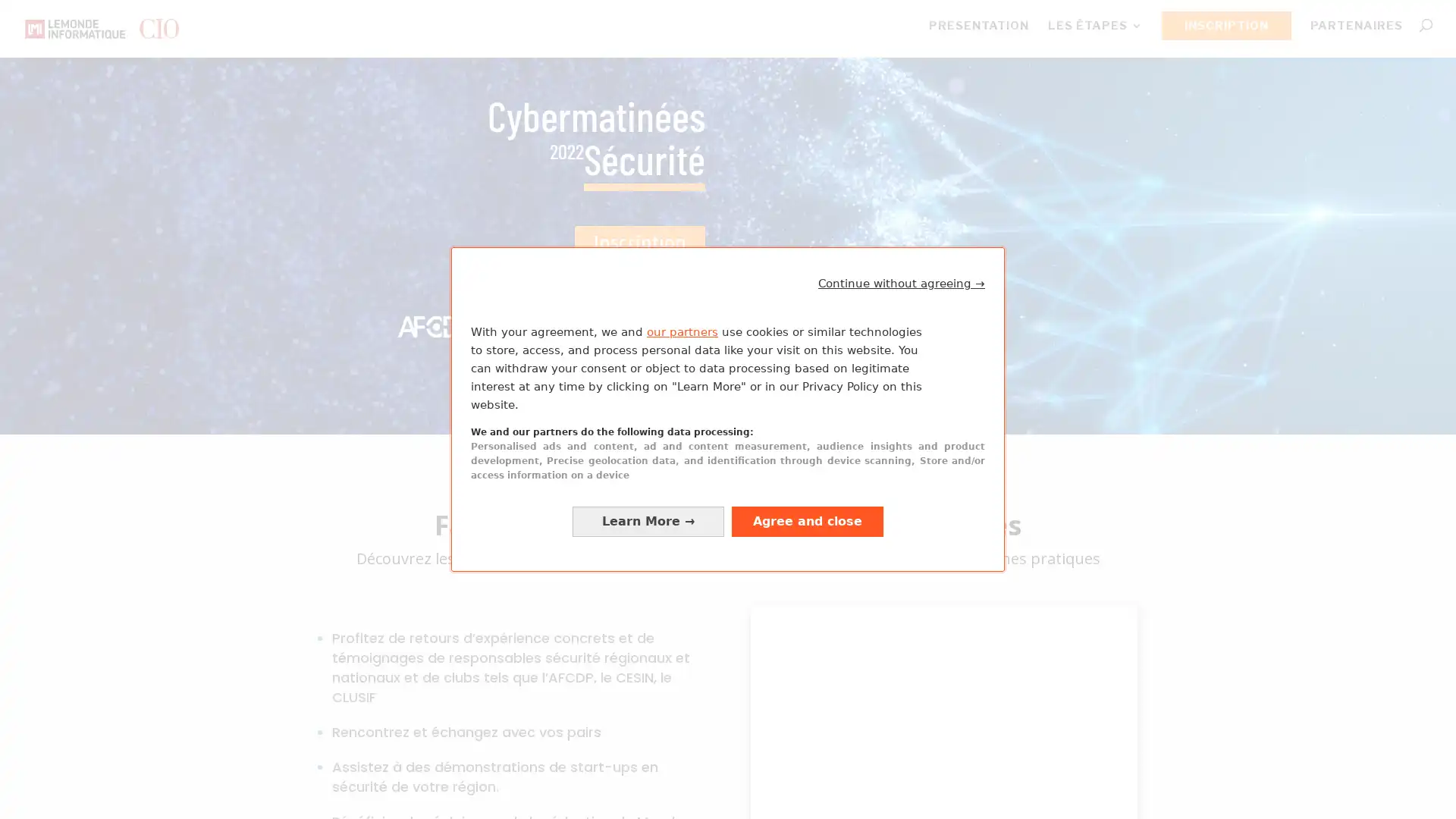 The height and width of the screenshot is (819, 1456). I want to click on Configure your consents, so click(648, 520).